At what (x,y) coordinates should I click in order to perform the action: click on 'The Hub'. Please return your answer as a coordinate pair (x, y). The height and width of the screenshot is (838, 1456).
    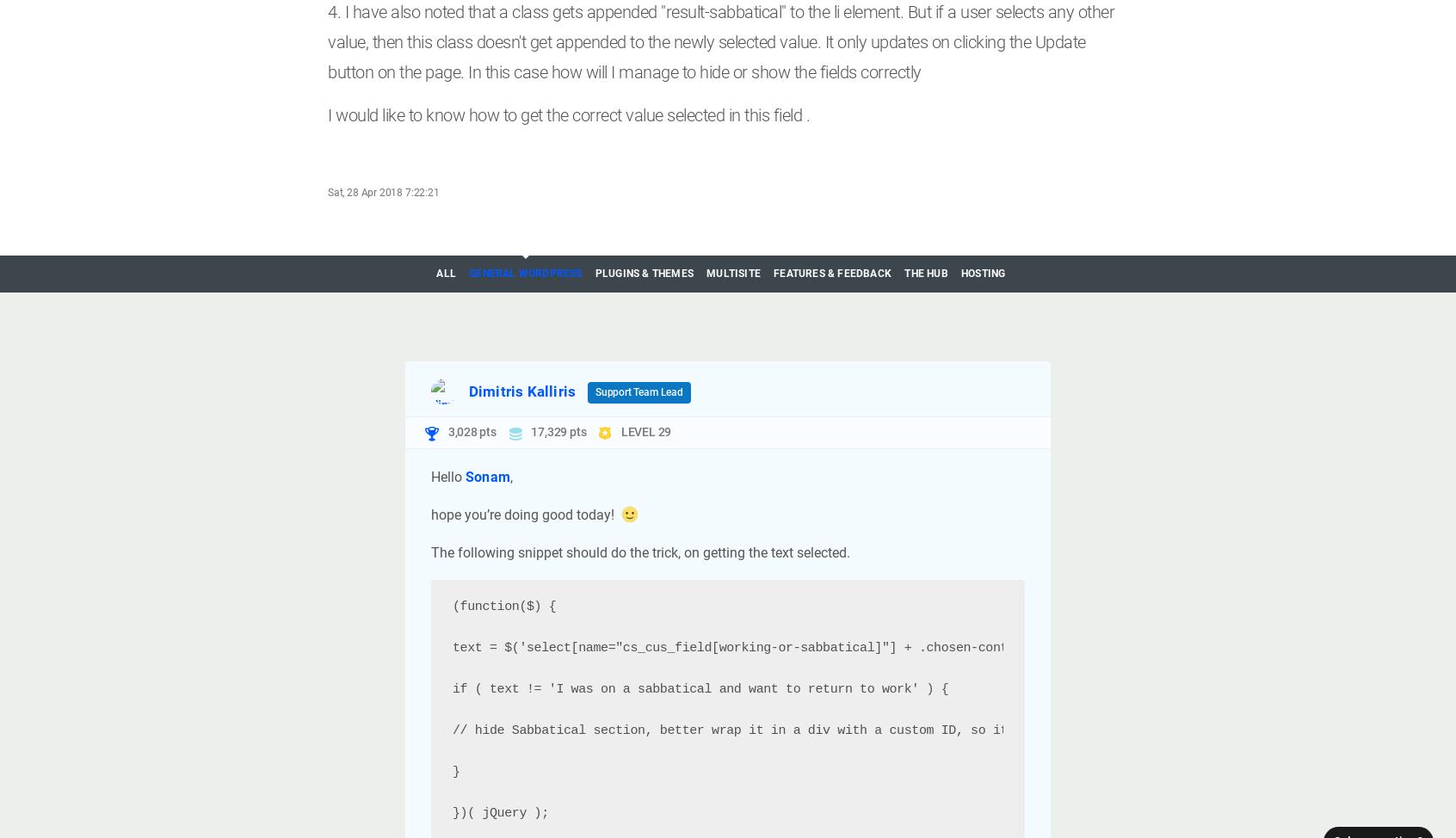
    Looking at the image, I should click on (925, 272).